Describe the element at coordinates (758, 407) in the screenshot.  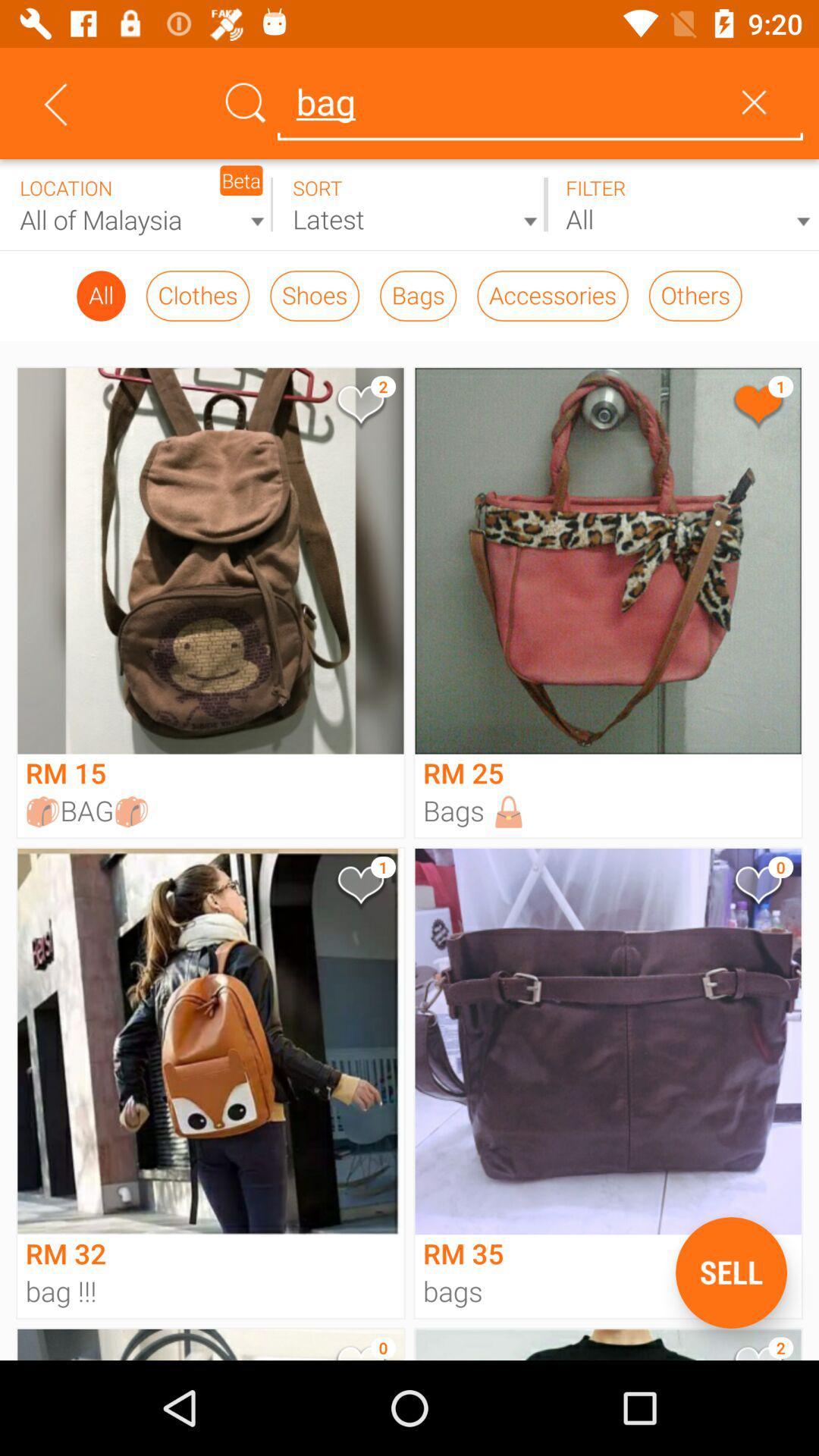
I see `bag rm25` at that location.